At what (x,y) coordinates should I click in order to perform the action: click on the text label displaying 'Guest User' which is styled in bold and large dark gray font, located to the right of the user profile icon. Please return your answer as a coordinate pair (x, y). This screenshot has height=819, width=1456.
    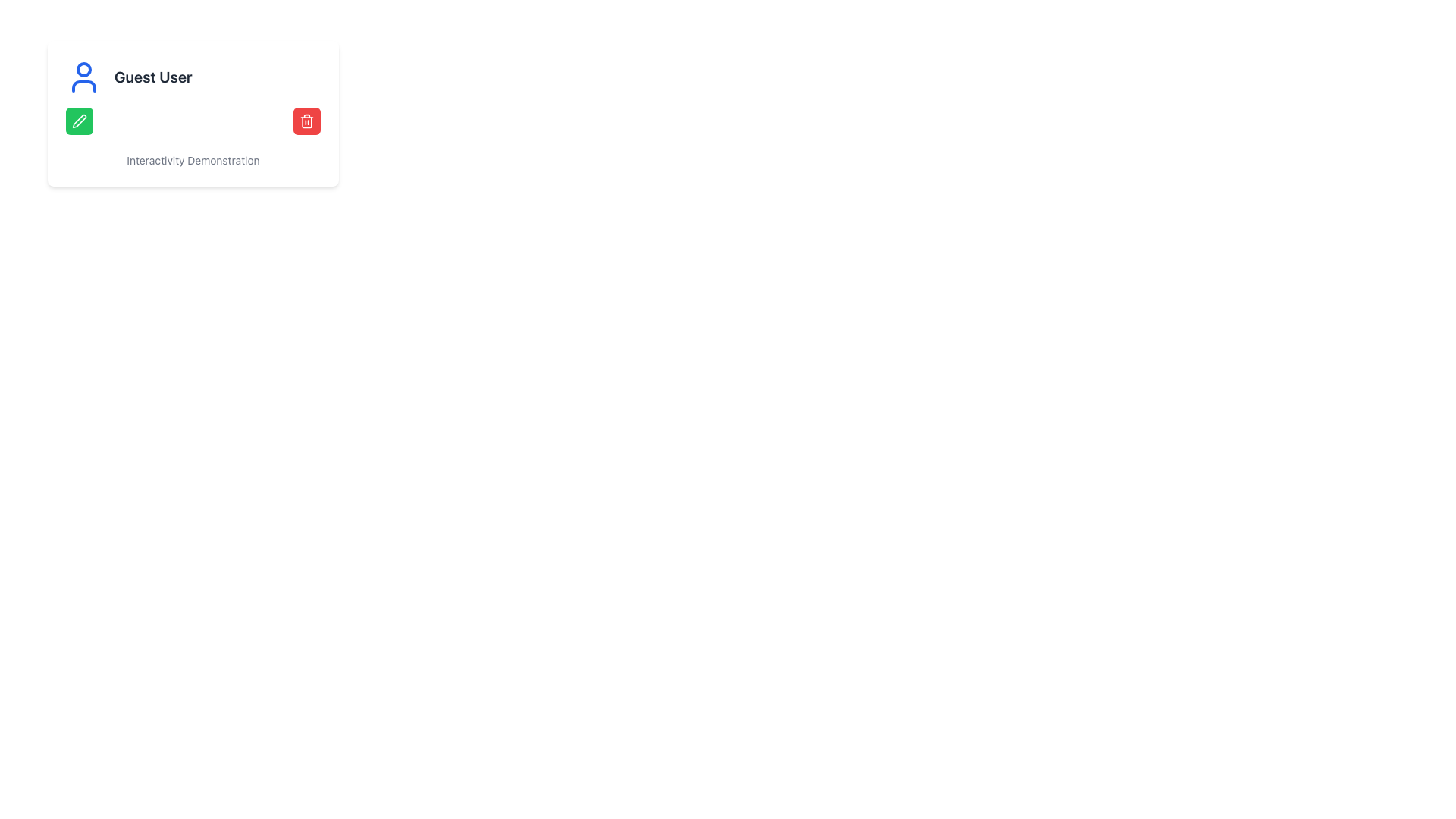
    Looking at the image, I should click on (153, 77).